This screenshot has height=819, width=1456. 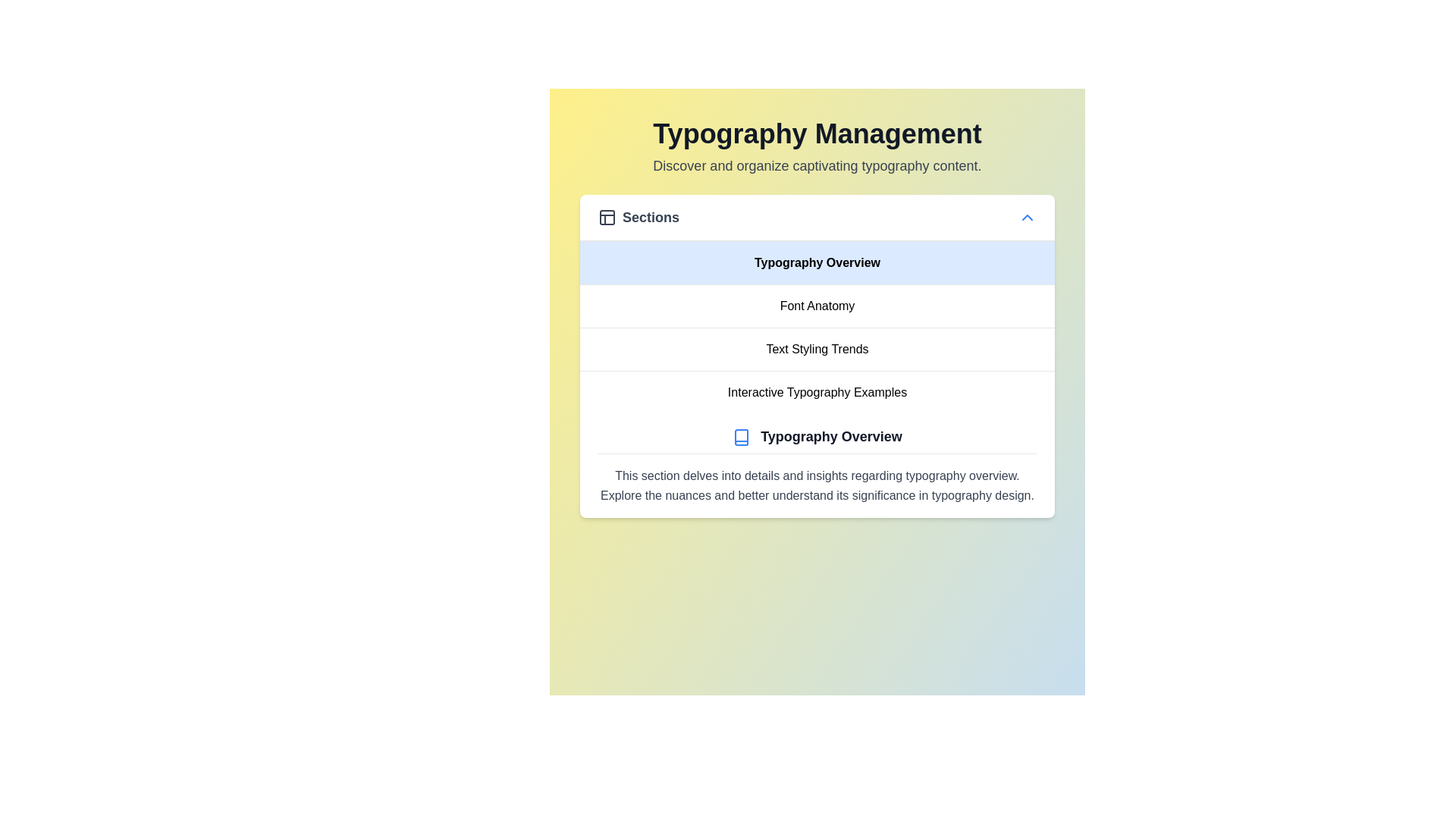 What do you see at coordinates (607, 217) in the screenshot?
I see `the icon located immediately to the left of the 'Sections' label in the header area of the panel` at bounding box center [607, 217].